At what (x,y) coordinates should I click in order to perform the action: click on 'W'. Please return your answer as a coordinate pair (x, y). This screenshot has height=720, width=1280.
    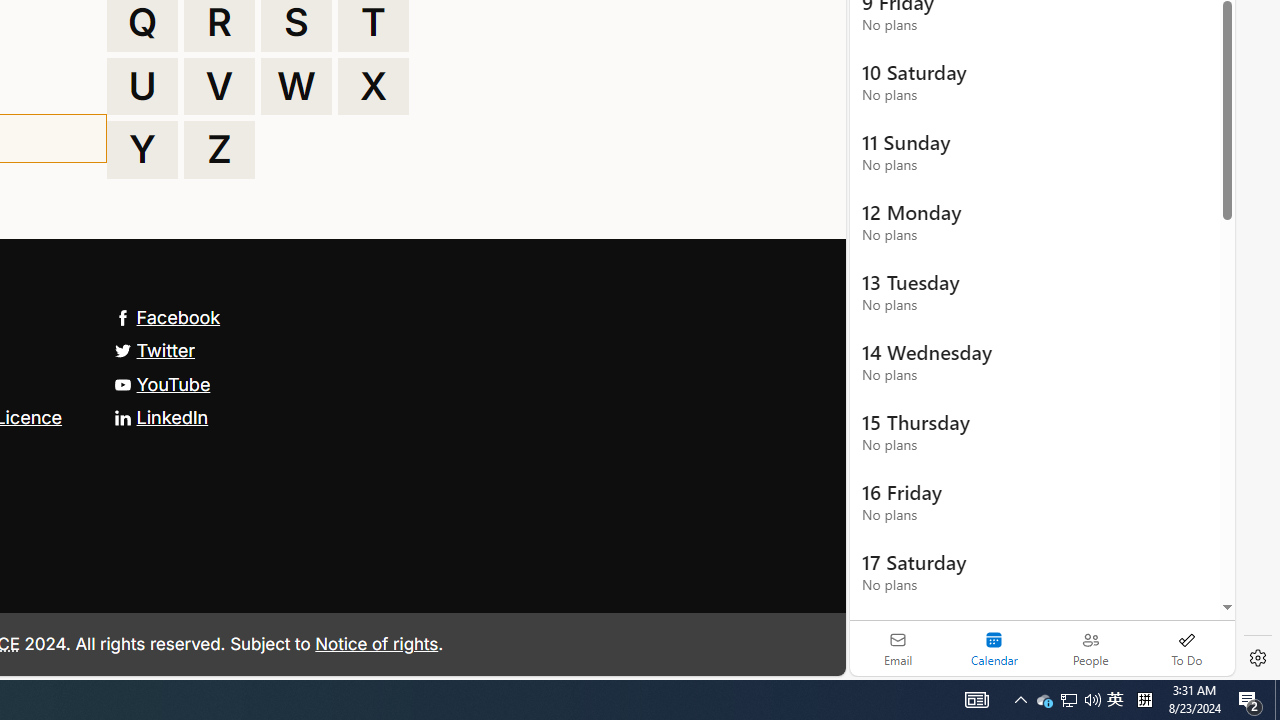
    Looking at the image, I should click on (295, 85).